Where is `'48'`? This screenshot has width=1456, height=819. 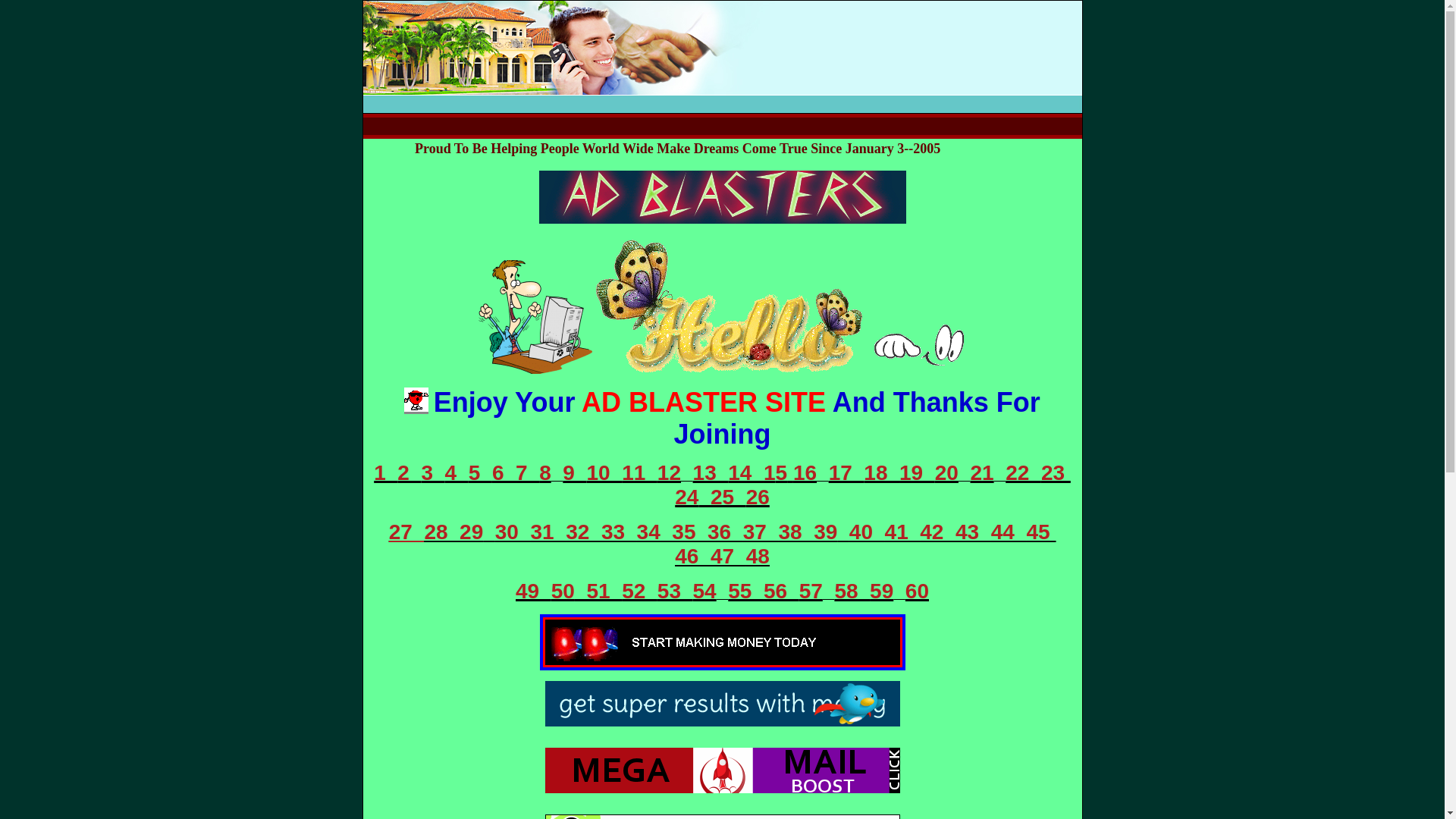
'48' is located at coordinates (758, 556).